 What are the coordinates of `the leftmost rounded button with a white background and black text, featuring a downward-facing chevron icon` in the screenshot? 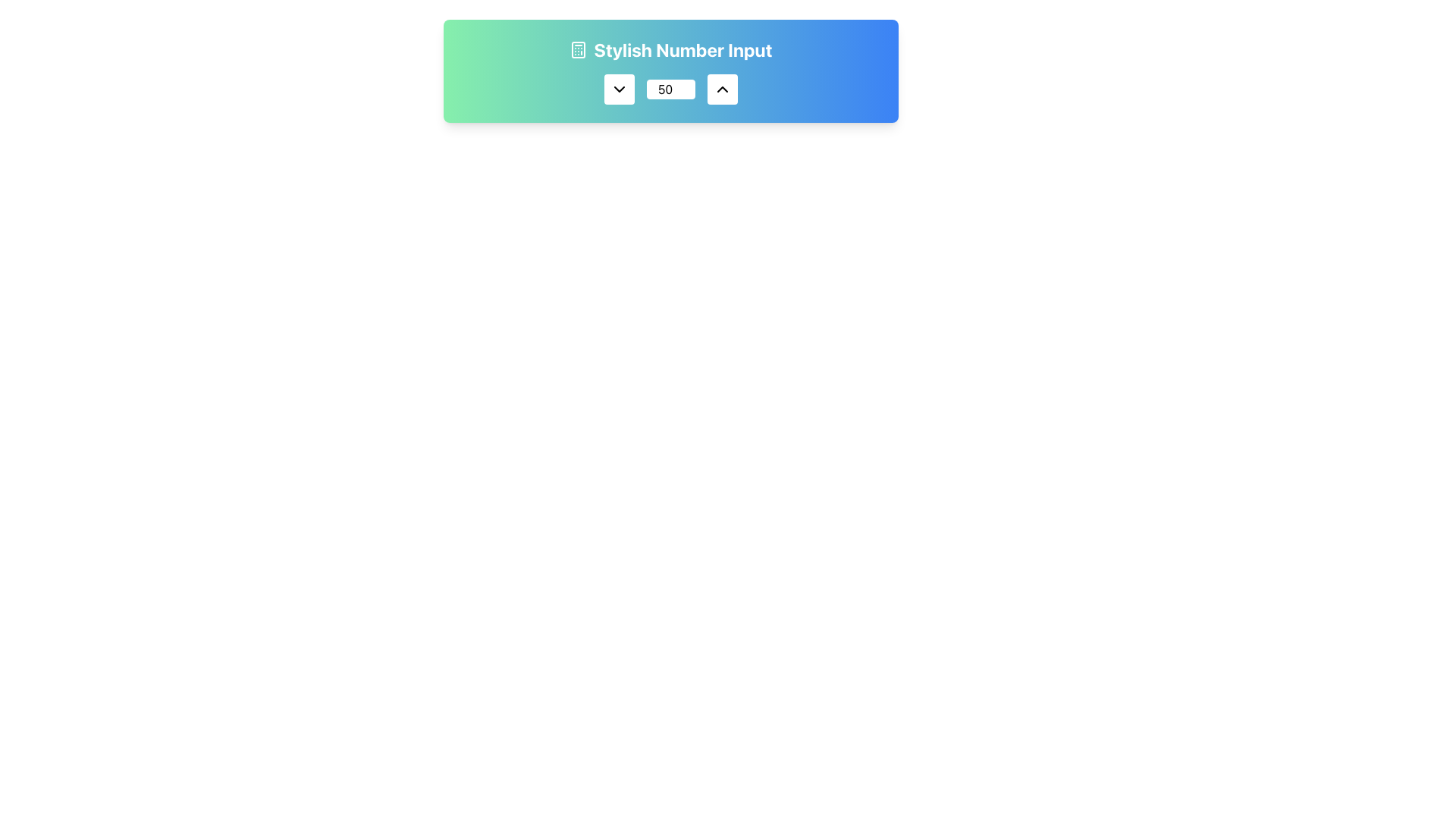 It's located at (619, 89).